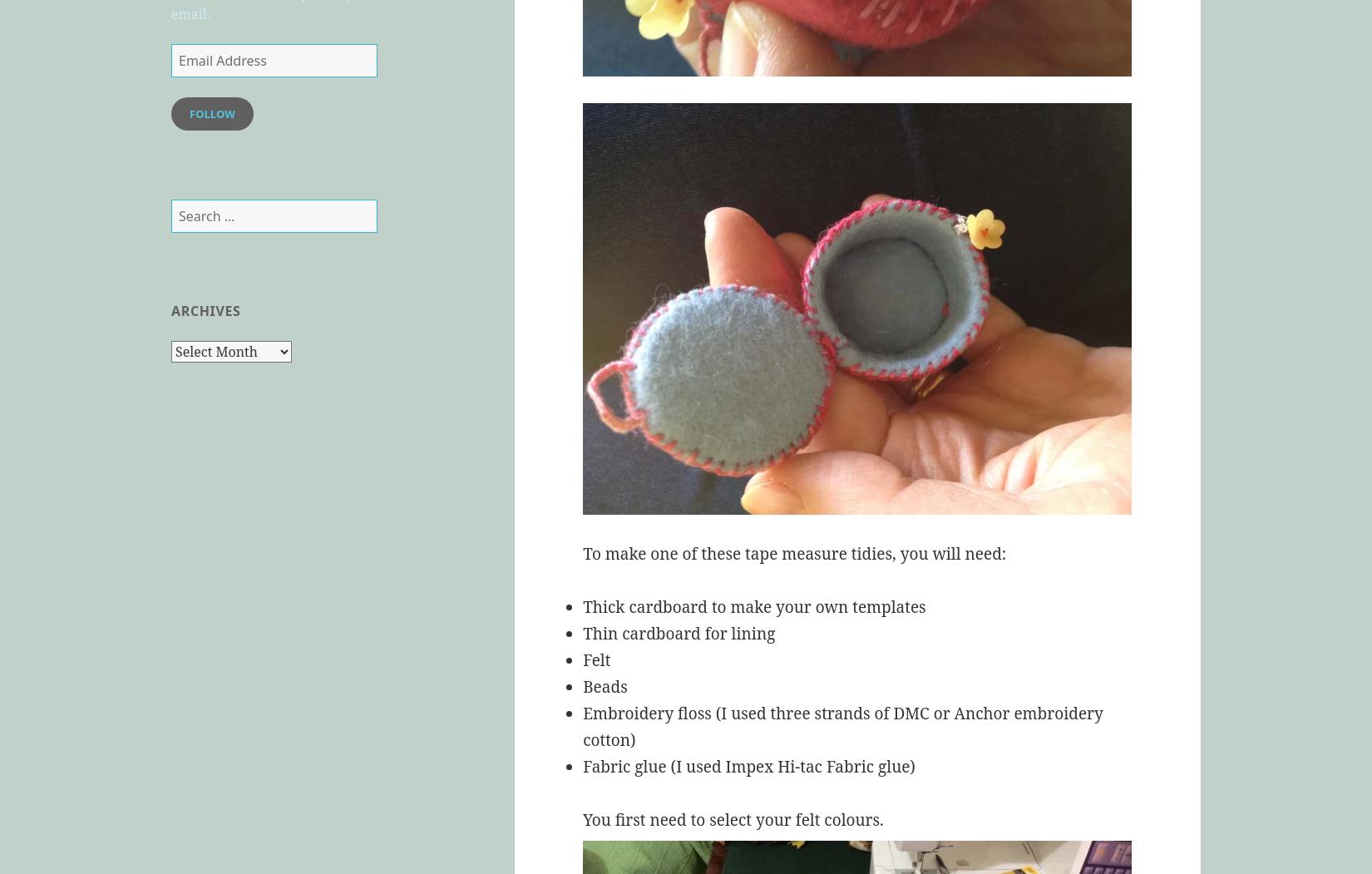 This screenshot has width=1372, height=874. Describe the element at coordinates (748, 767) in the screenshot. I see `'Fabric glue (I used Impex Hi-tac Fabric glue)'` at that location.